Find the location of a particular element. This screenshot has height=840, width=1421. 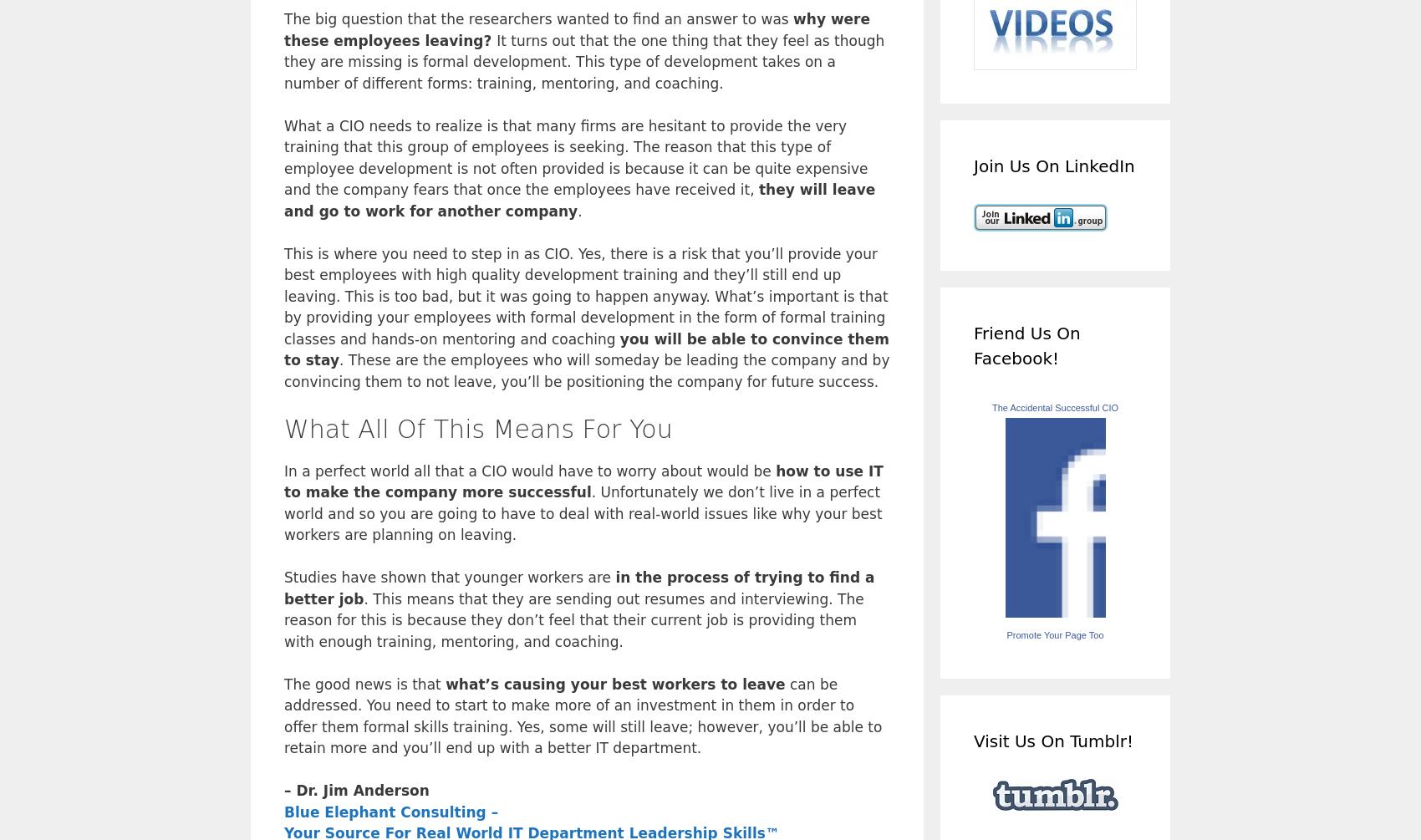

'. These are the employees who will someday be leading the company and by convincing them to not leave, you’ll be positioning the company for future success.' is located at coordinates (283, 370).